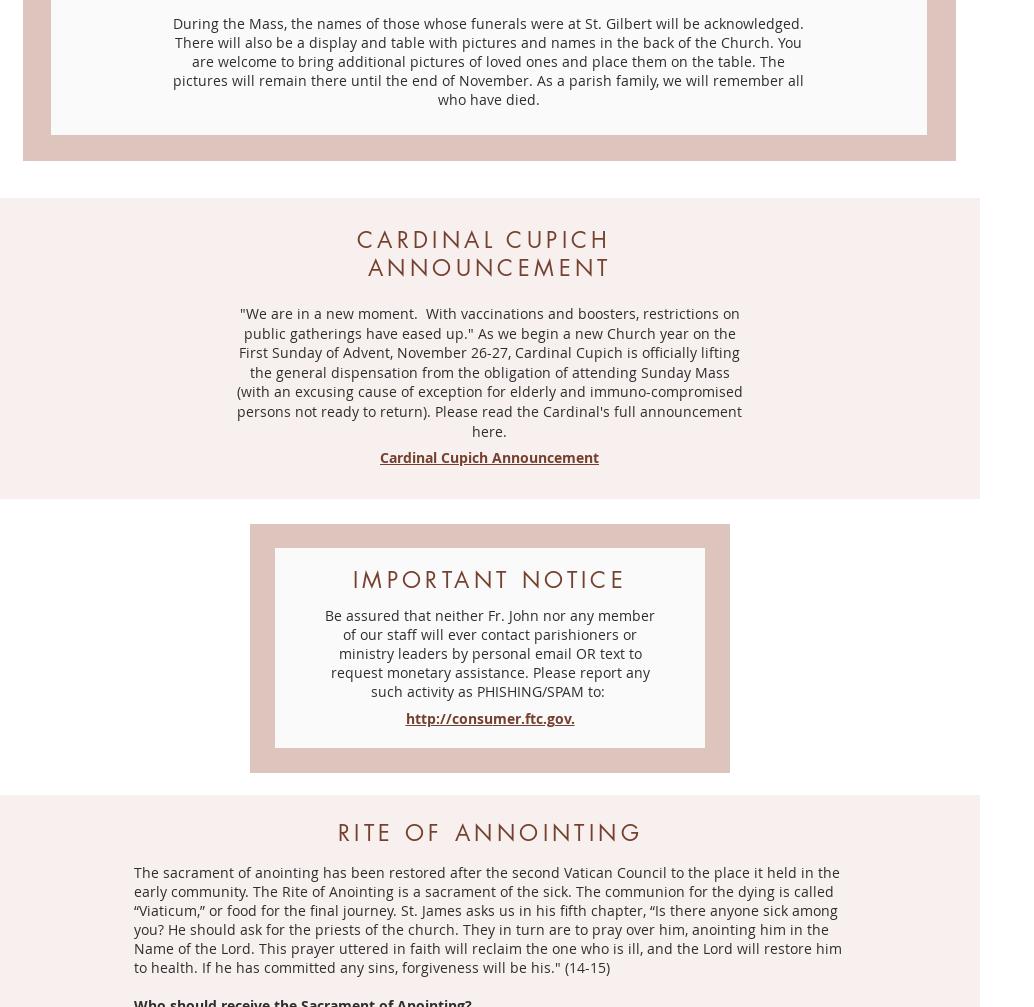 This screenshot has width=1034, height=1007. I want to click on 'Cardinal Cupich Announcement', so click(378, 457).